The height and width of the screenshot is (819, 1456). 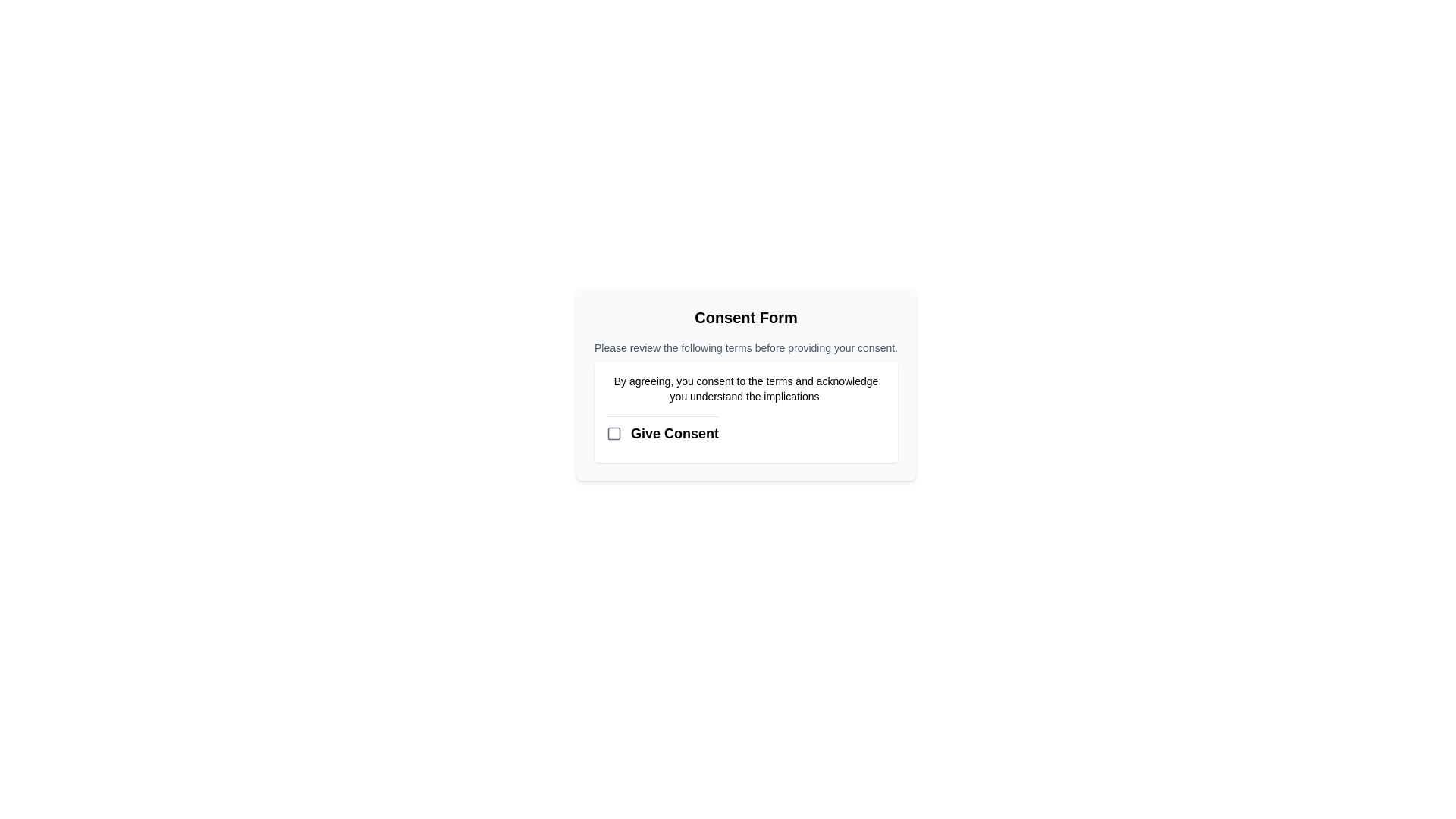 What do you see at coordinates (745, 348) in the screenshot?
I see `the instructional text label that reads 'Please review the following terms before providing your consent.' located below the 'Consent Form' title` at bounding box center [745, 348].